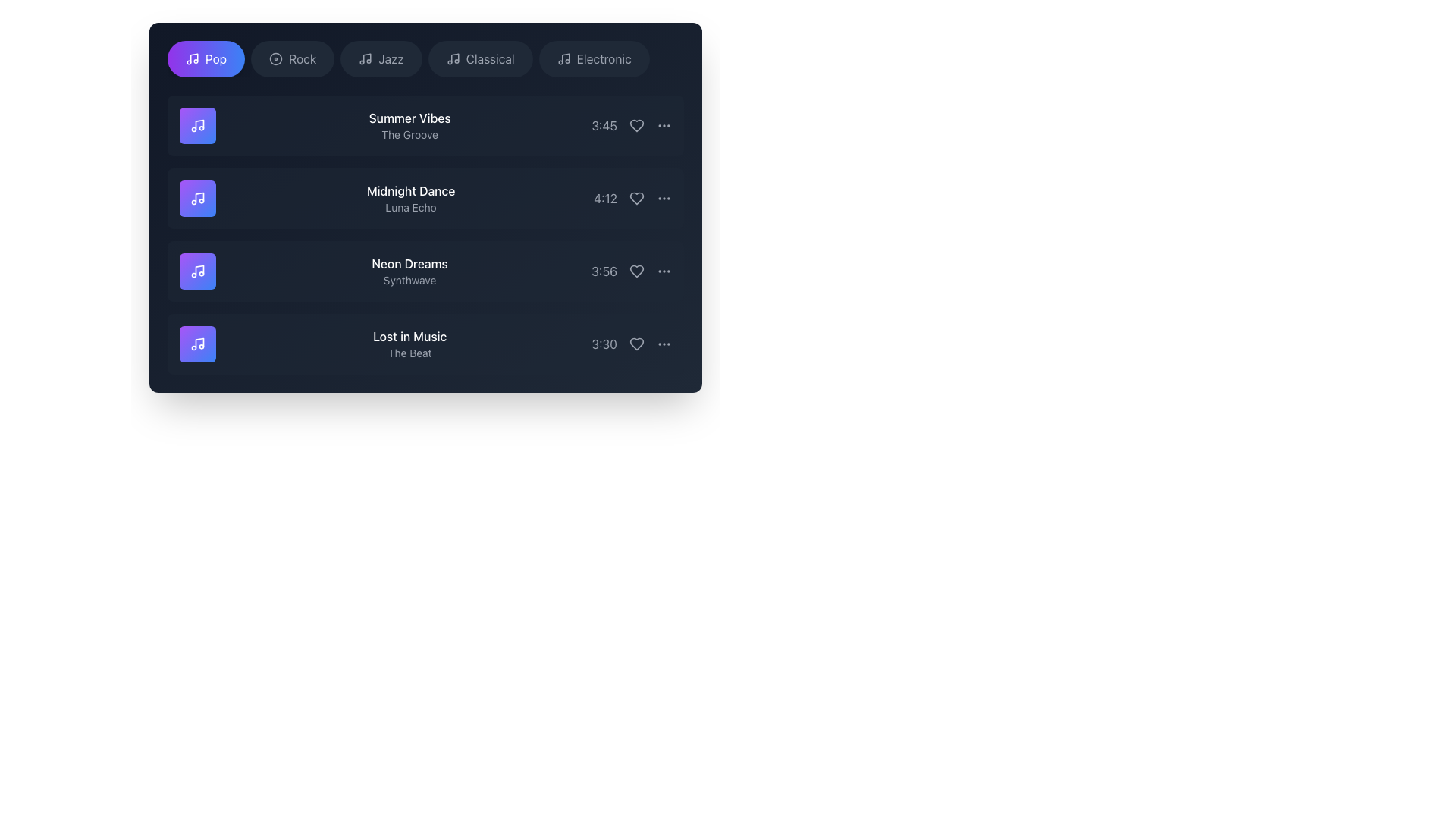 This screenshot has width=1456, height=819. I want to click on the fourth list item representing a media track titled 'Pop', so click(425, 344).